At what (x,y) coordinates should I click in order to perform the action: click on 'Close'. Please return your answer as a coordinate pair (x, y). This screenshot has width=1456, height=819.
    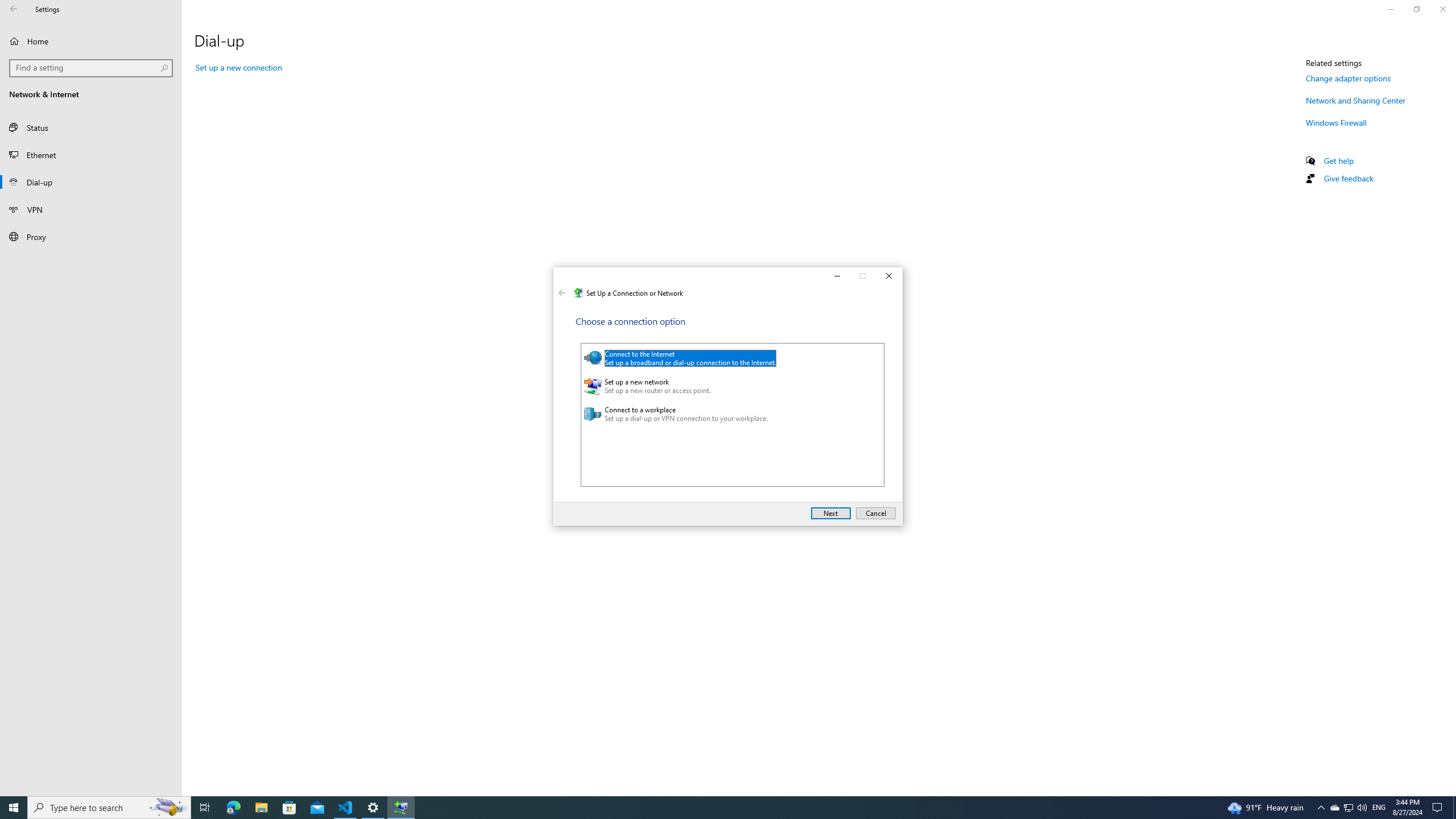
    Looking at the image, I should click on (890, 276).